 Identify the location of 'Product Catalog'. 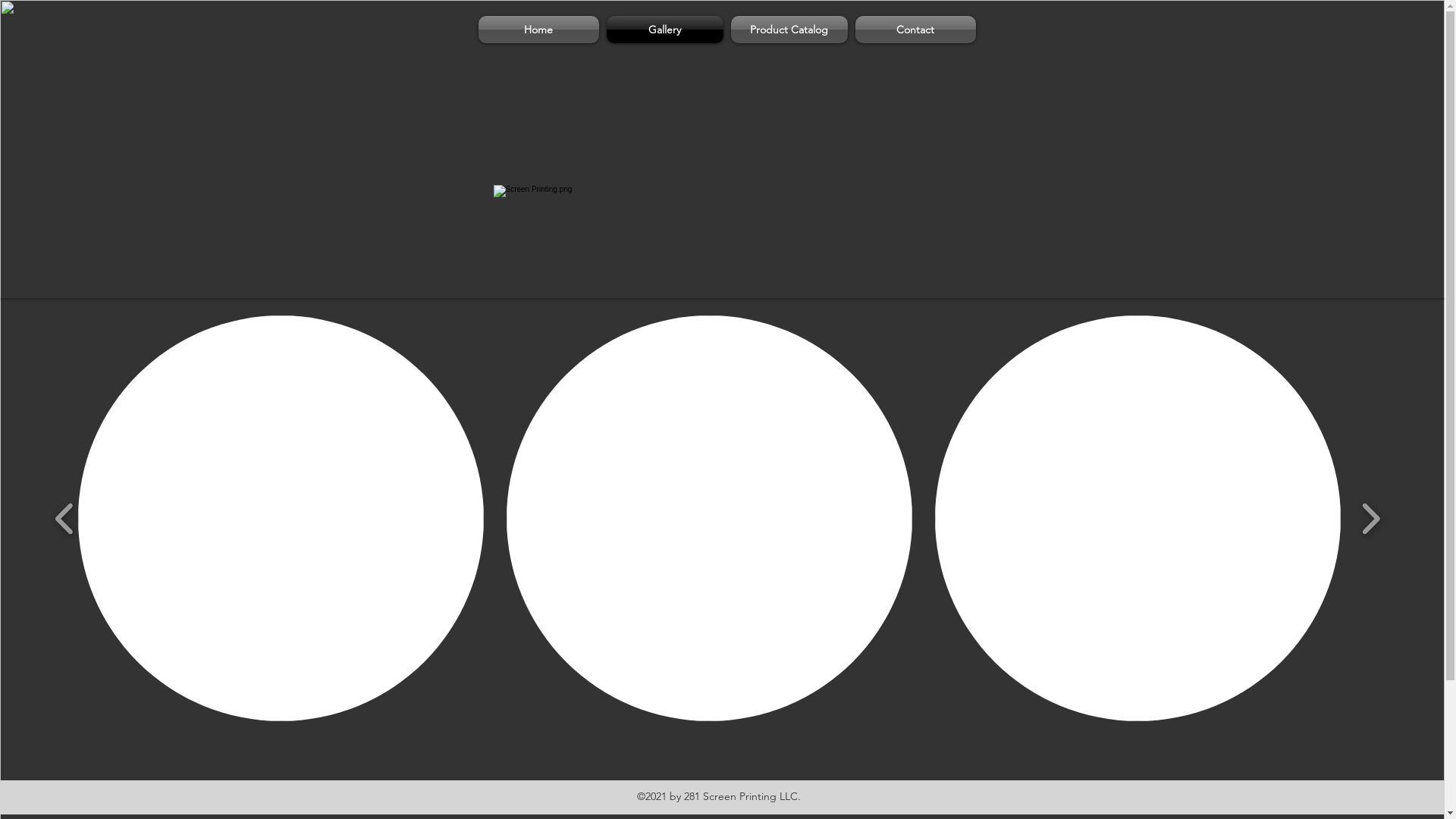
(789, 29).